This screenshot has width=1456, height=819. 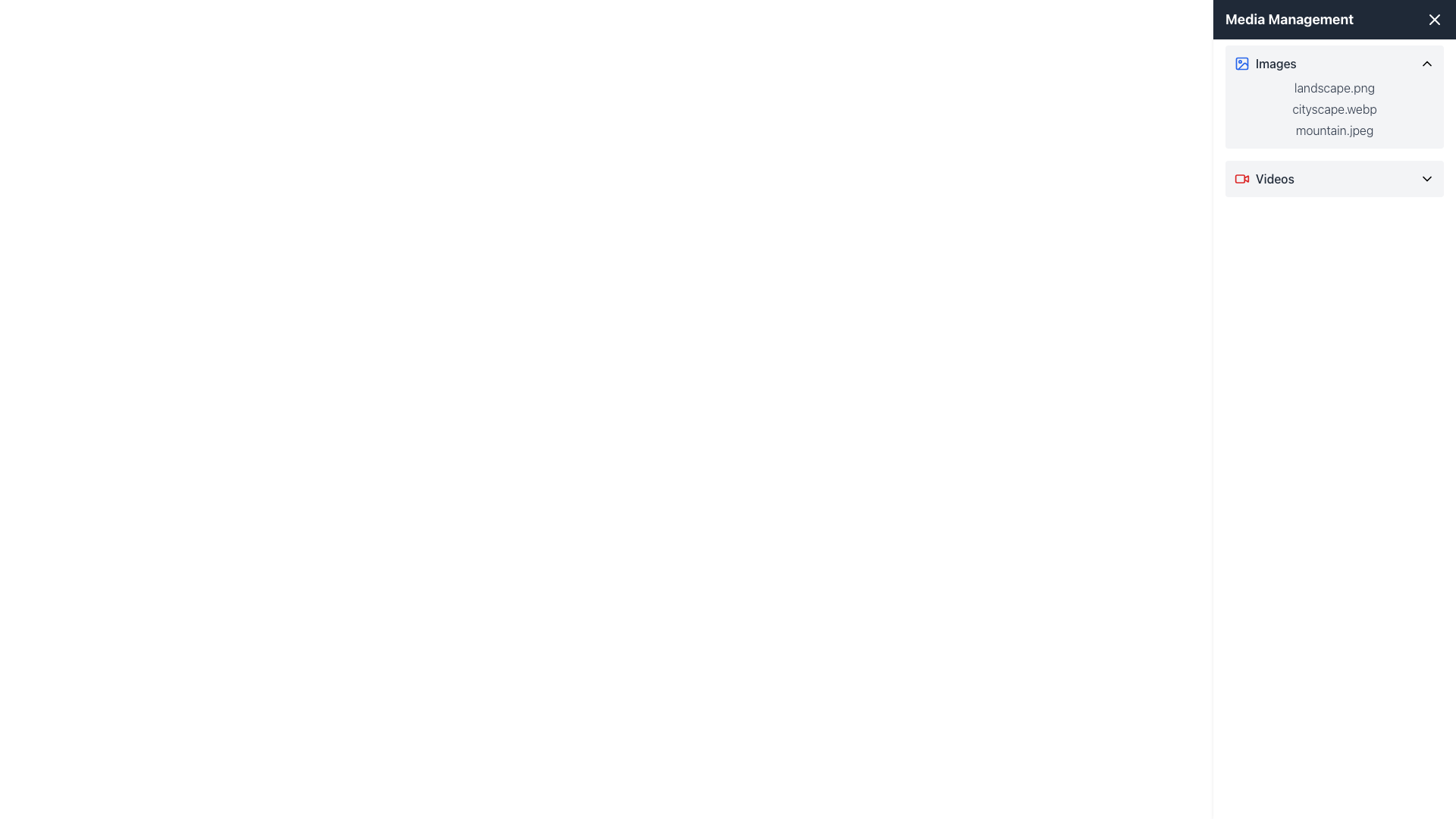 I want to click on the navigation link with an icon and text located under the 'Media Management' section, so click(x=1263, y=177).